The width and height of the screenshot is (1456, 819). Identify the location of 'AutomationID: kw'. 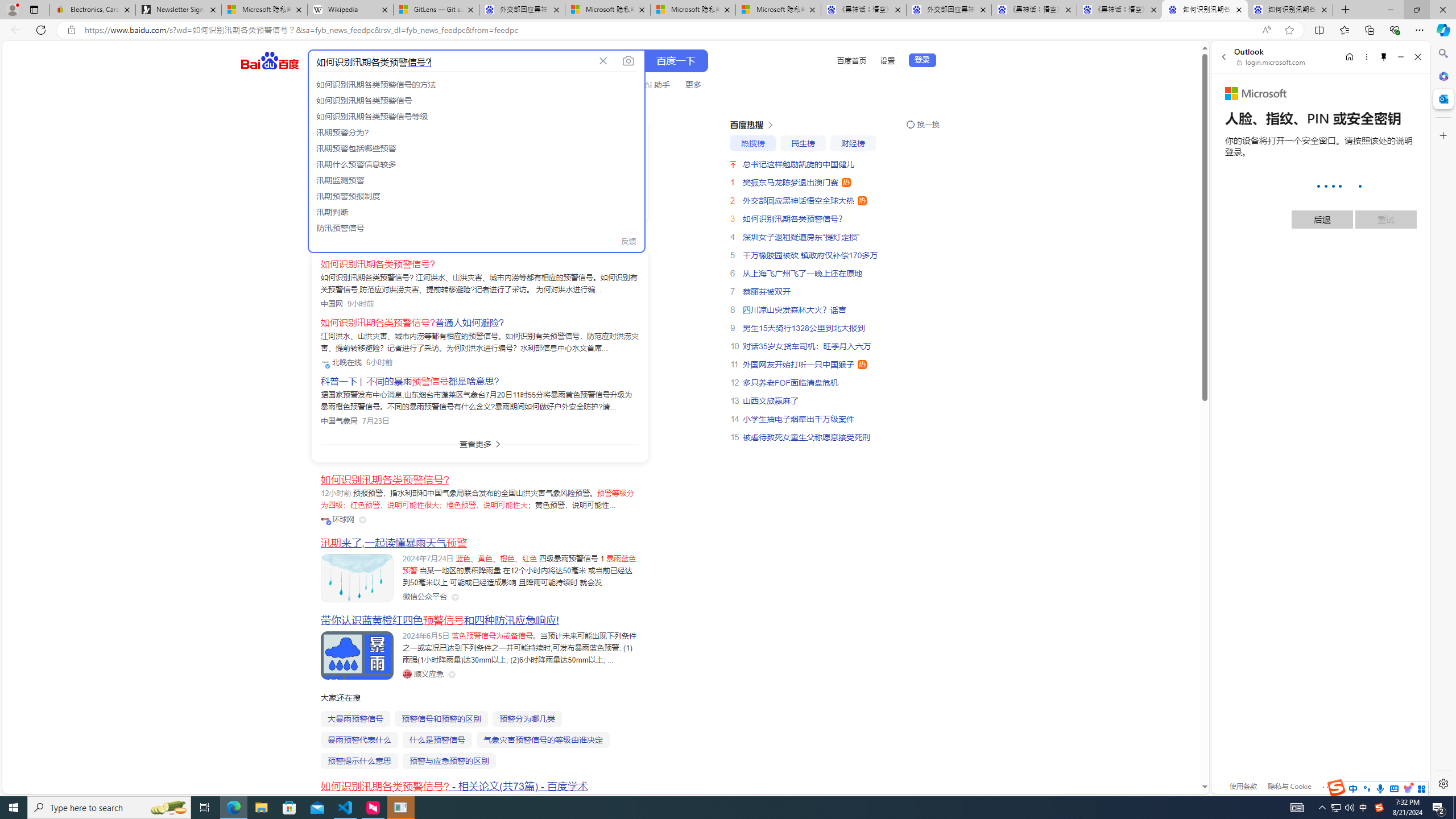
(452, 61).